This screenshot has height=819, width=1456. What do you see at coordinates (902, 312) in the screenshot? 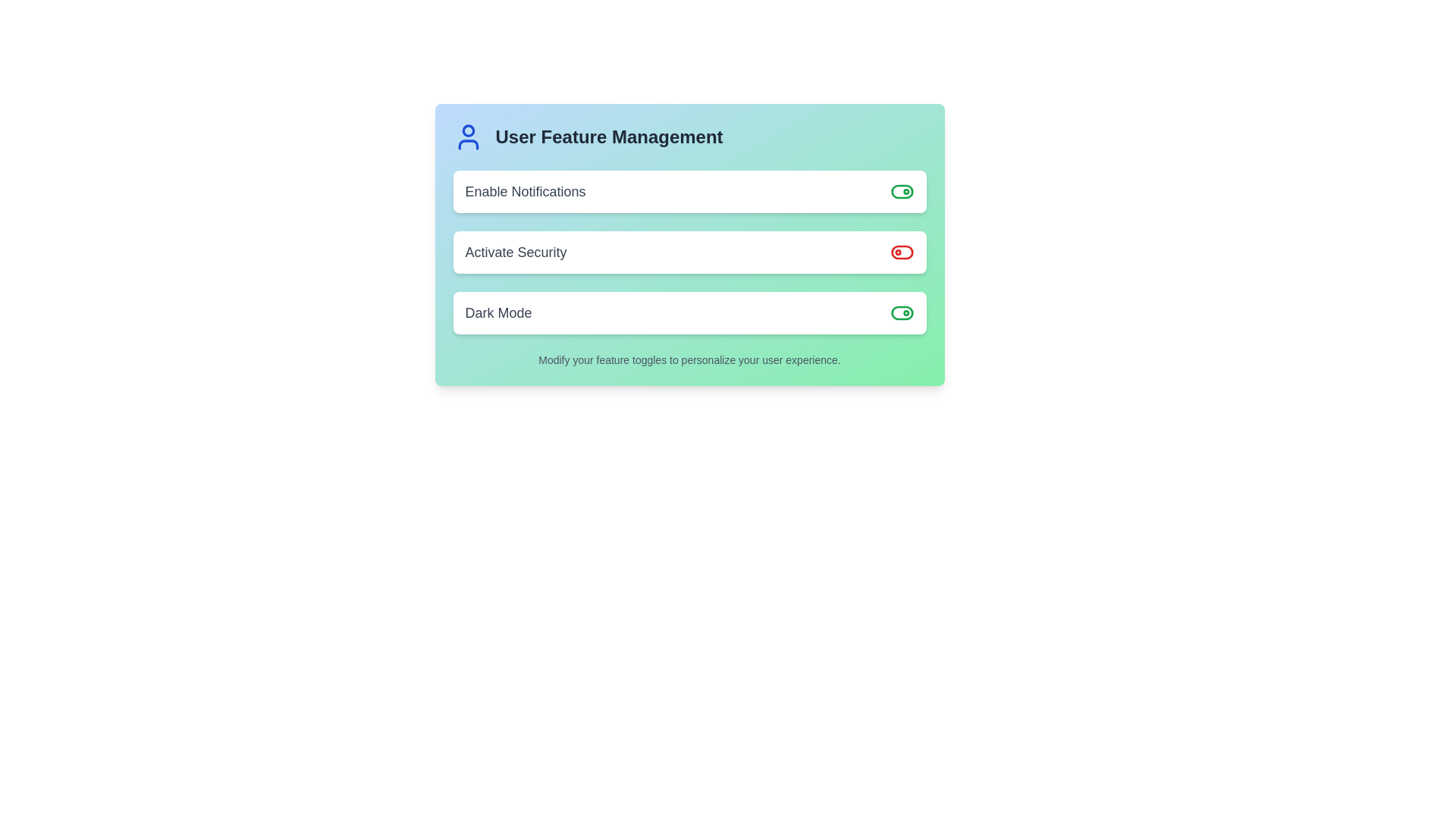
I see `the 'Dark Mode' toggle switch located in the bottom-right corner of its card` at bounding box center [902, 312].